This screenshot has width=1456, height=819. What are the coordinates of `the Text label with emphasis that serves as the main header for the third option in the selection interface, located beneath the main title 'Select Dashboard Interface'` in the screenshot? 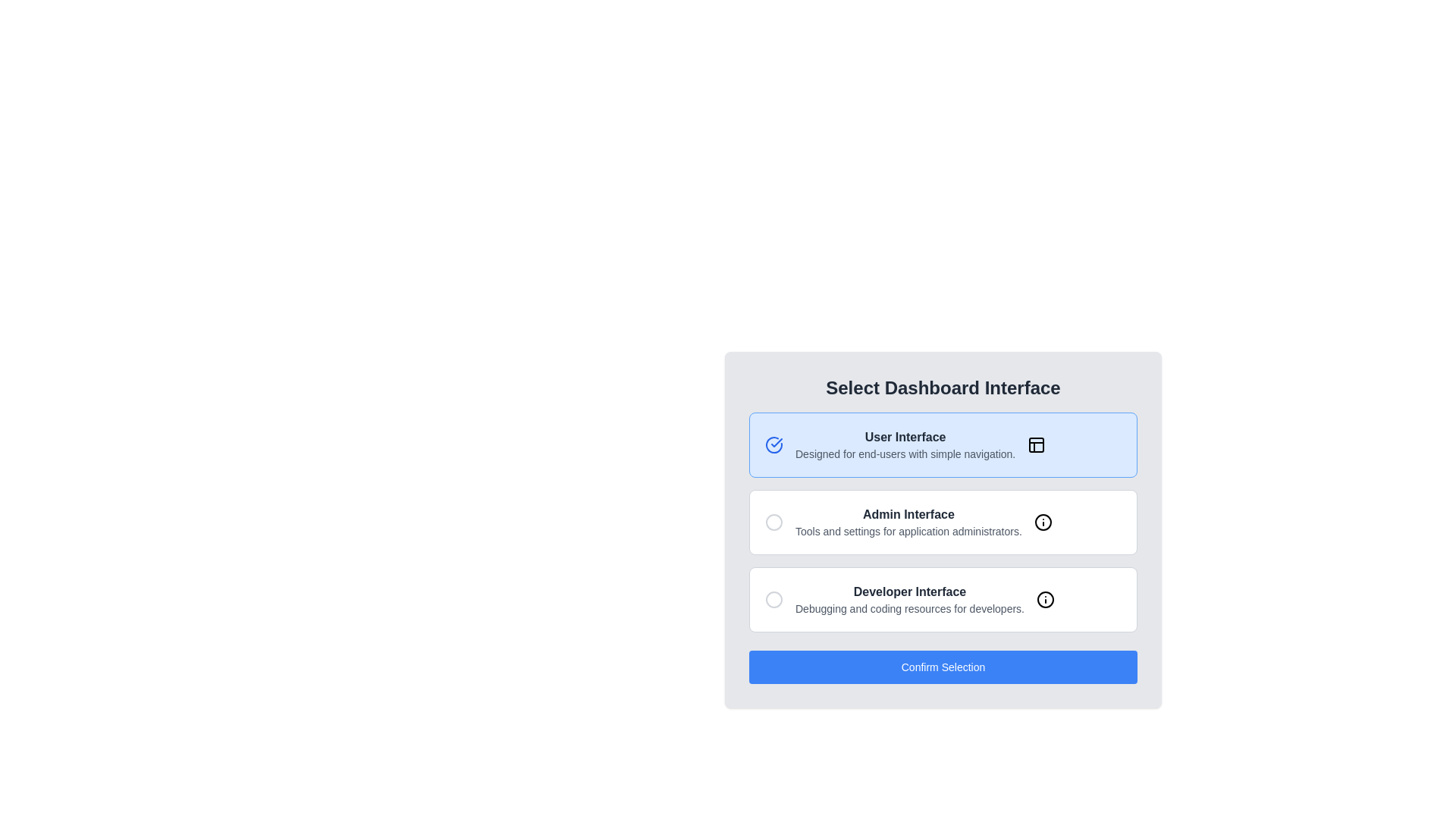 It's located at (910, 591).